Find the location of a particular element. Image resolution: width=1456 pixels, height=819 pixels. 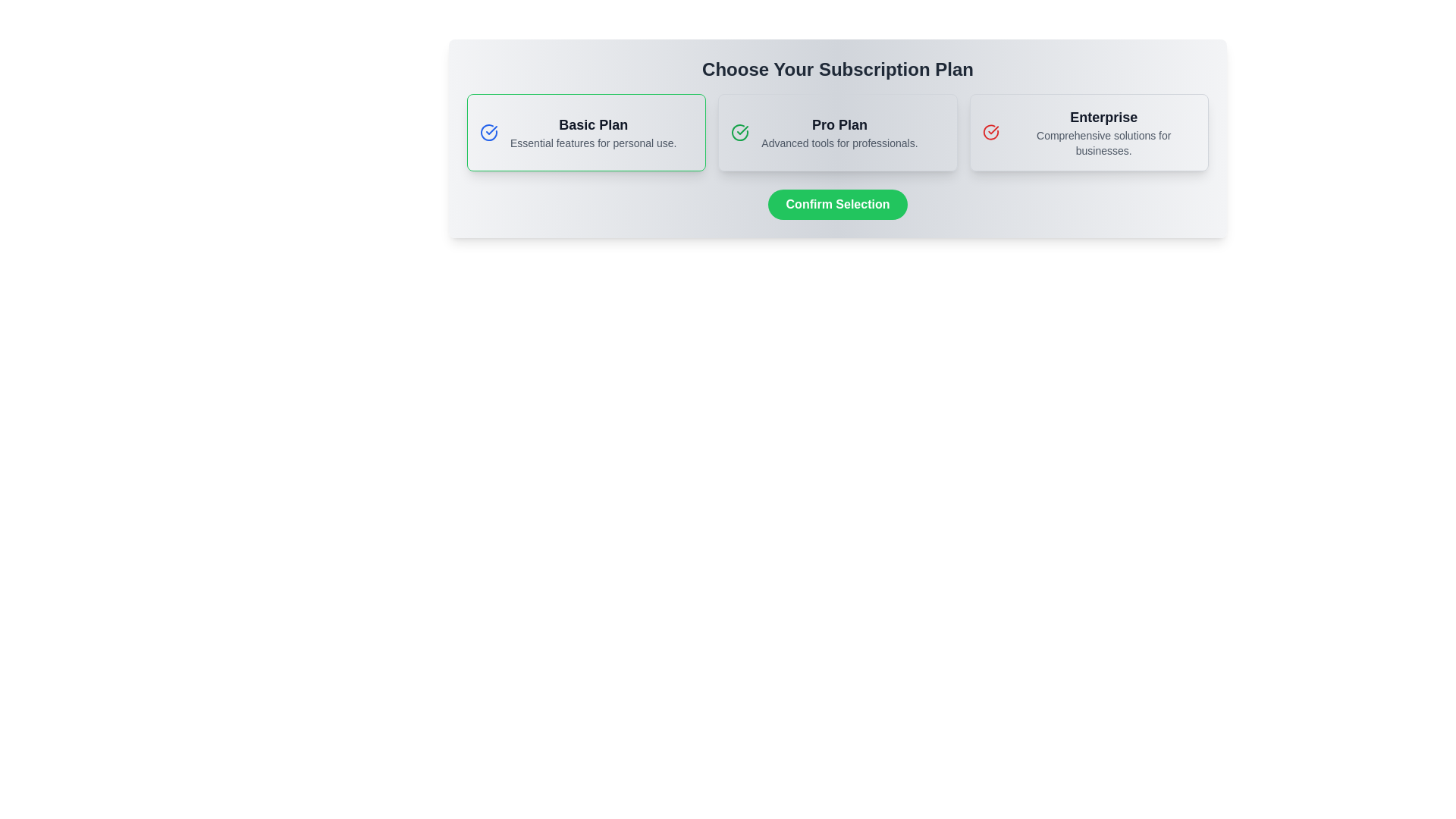

the checkmark icon in the 'Basic Plan' subscription card, which is styled with a blue stroke color and is part of an SVG graphic is located at coordinates (491, 130).